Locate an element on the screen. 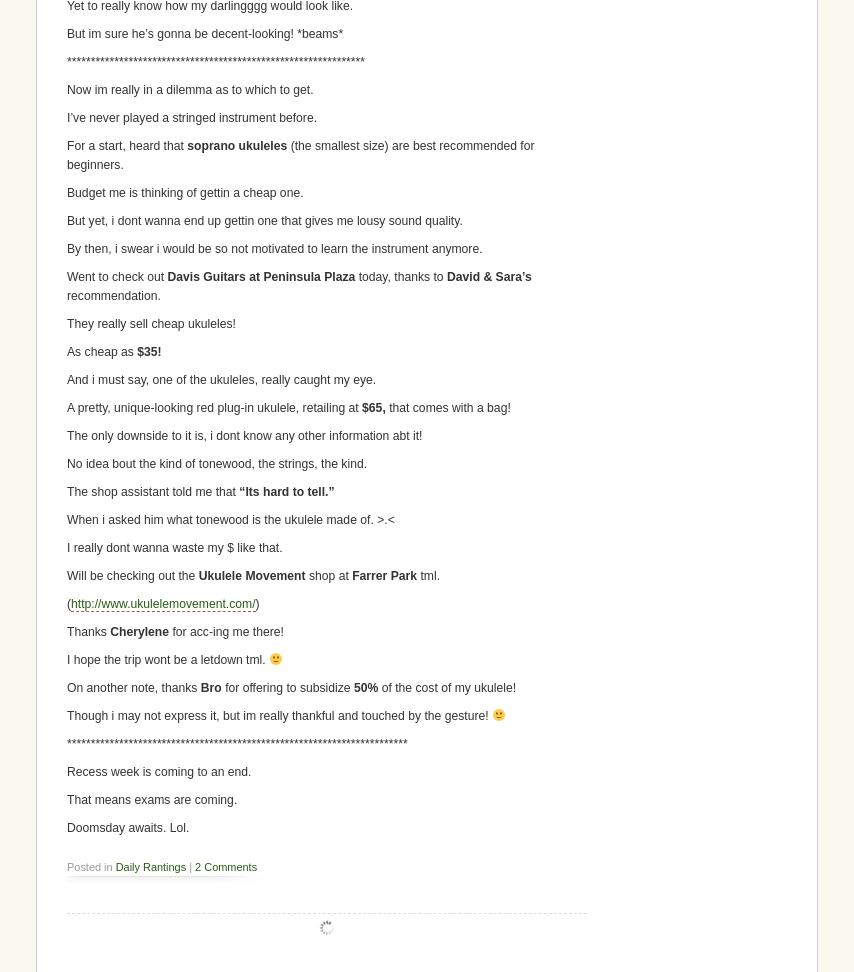 Image resolution: width=854 pixels, height=972 pixels. 'recommendation.' is located at coordinates (113, 295).